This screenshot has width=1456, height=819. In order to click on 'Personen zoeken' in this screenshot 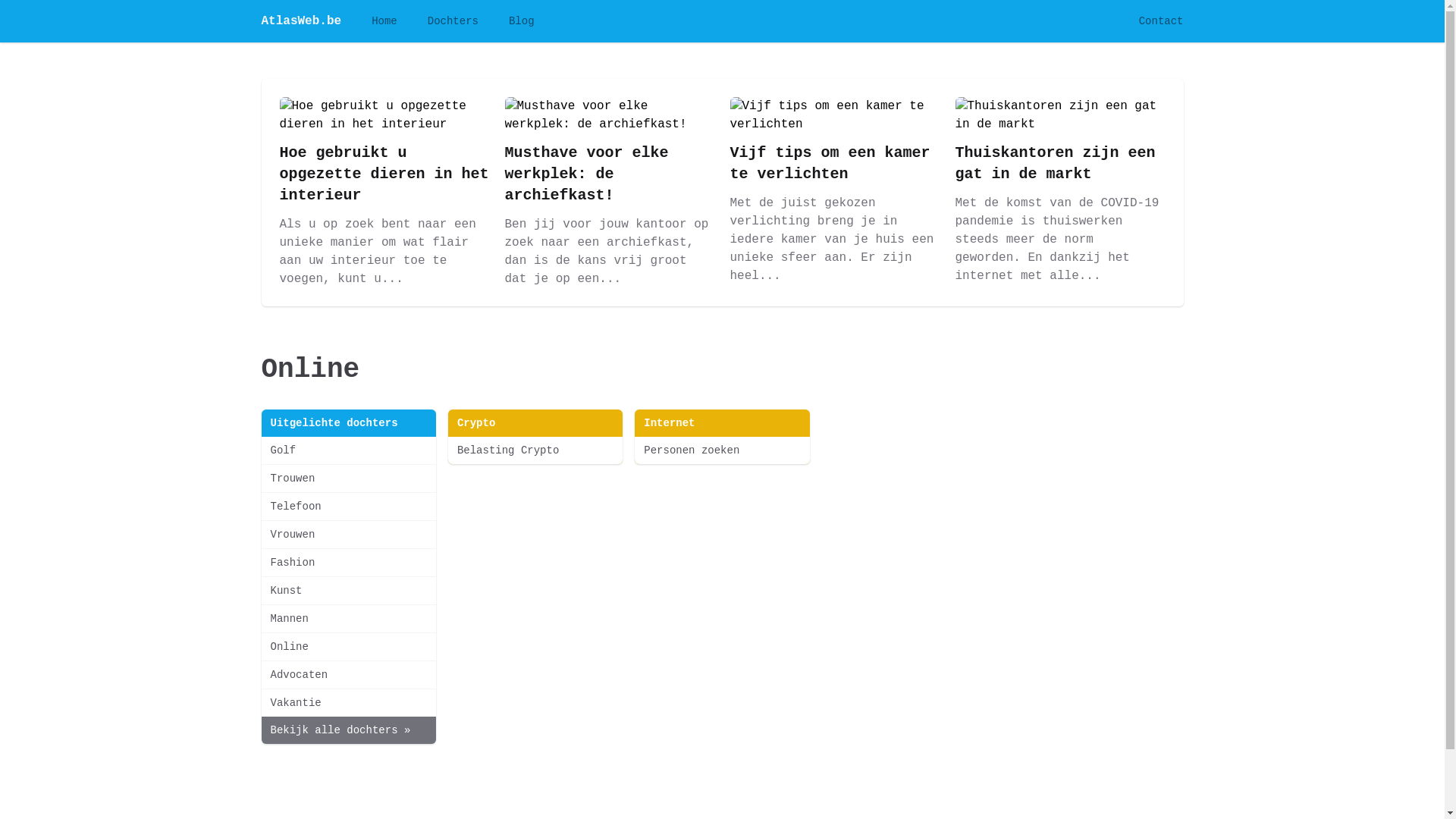, I will do `click(720, 450)`.